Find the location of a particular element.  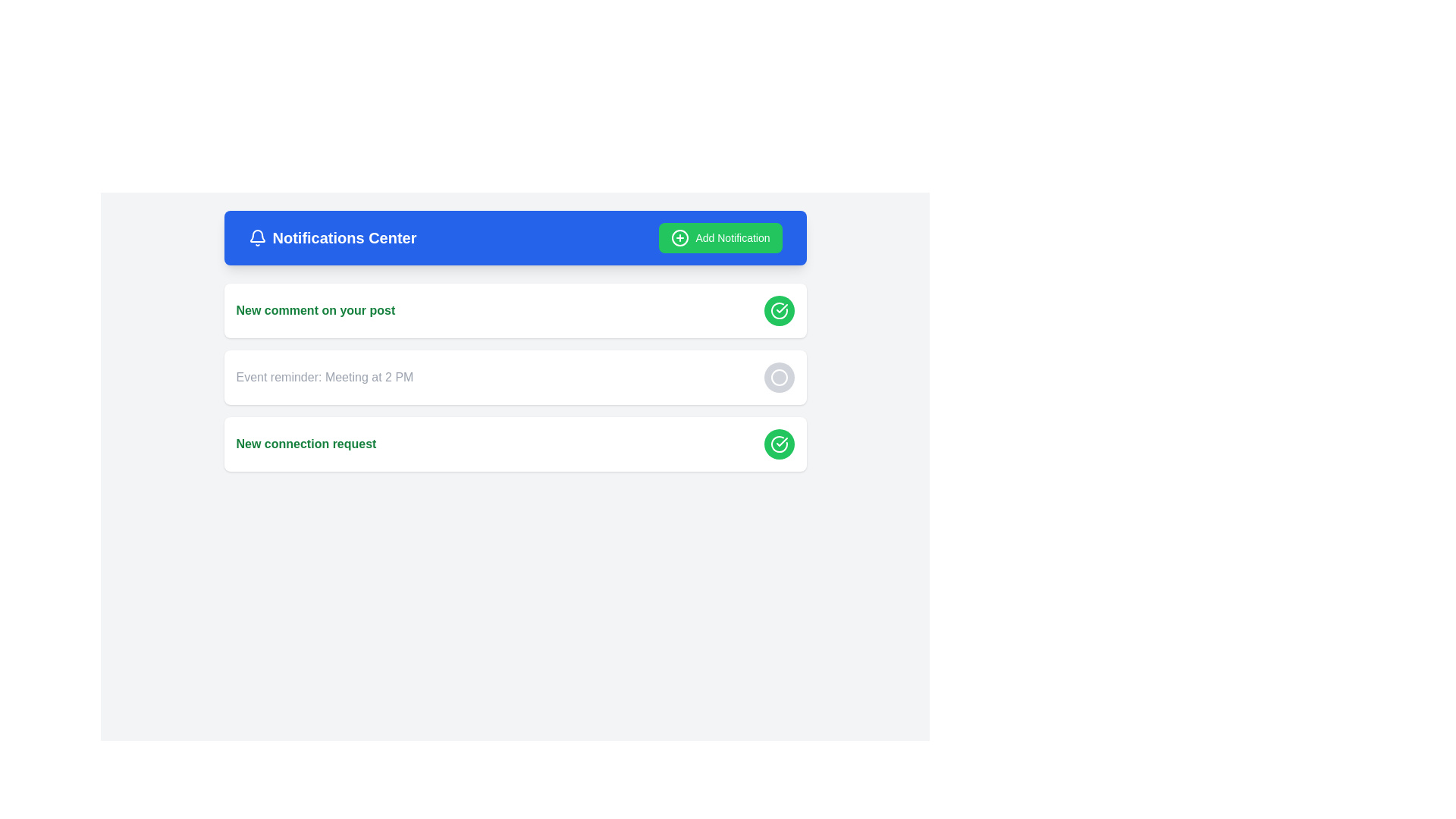

the success status icon located in the top-most list item of the notification list, aligned to the right of the item's text, to interact with the notification is located at coordinates (779, 309).